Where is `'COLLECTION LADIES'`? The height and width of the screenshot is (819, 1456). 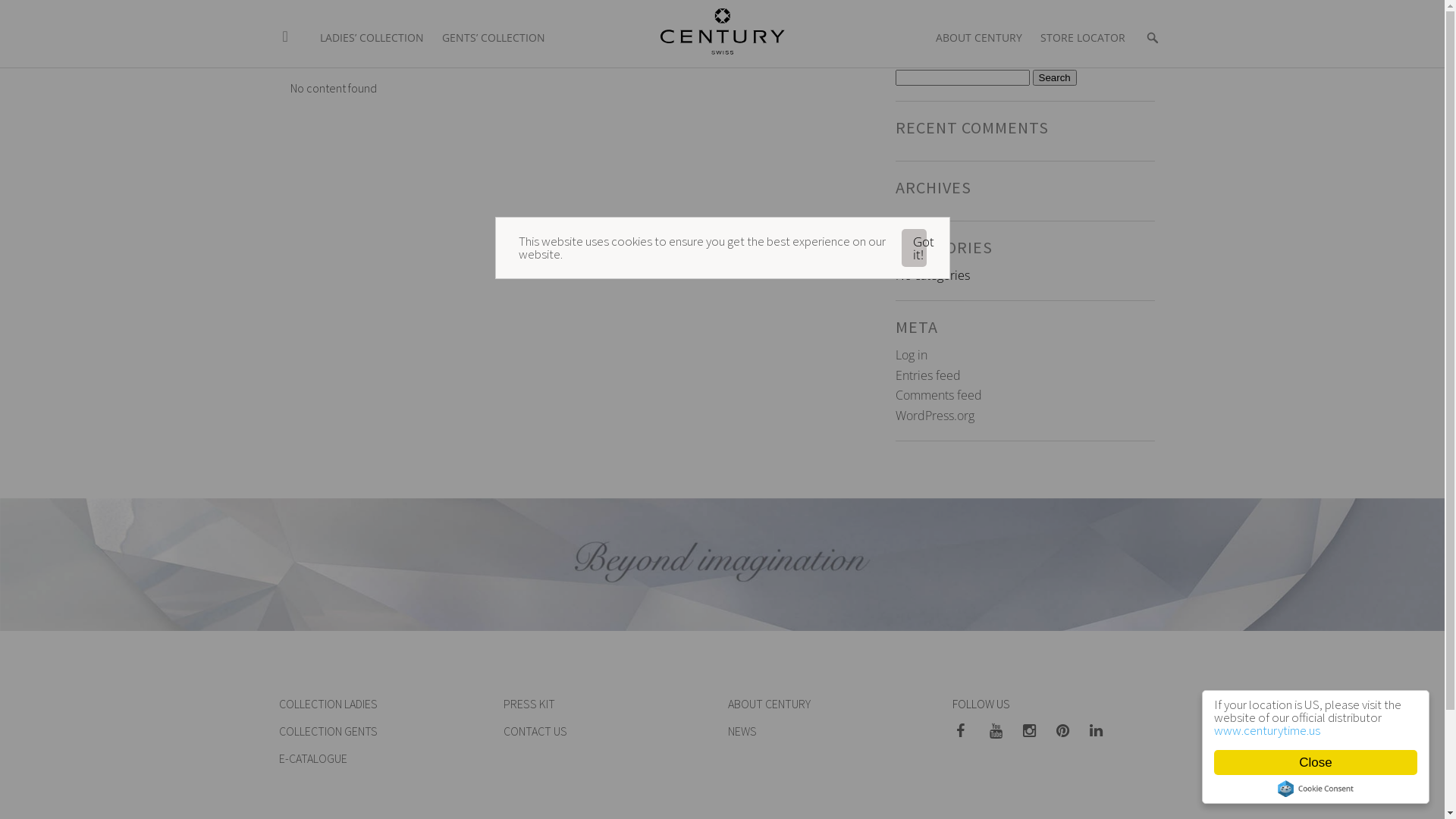 'COLLECTION LADIES' is located at coordinates (327, 704).